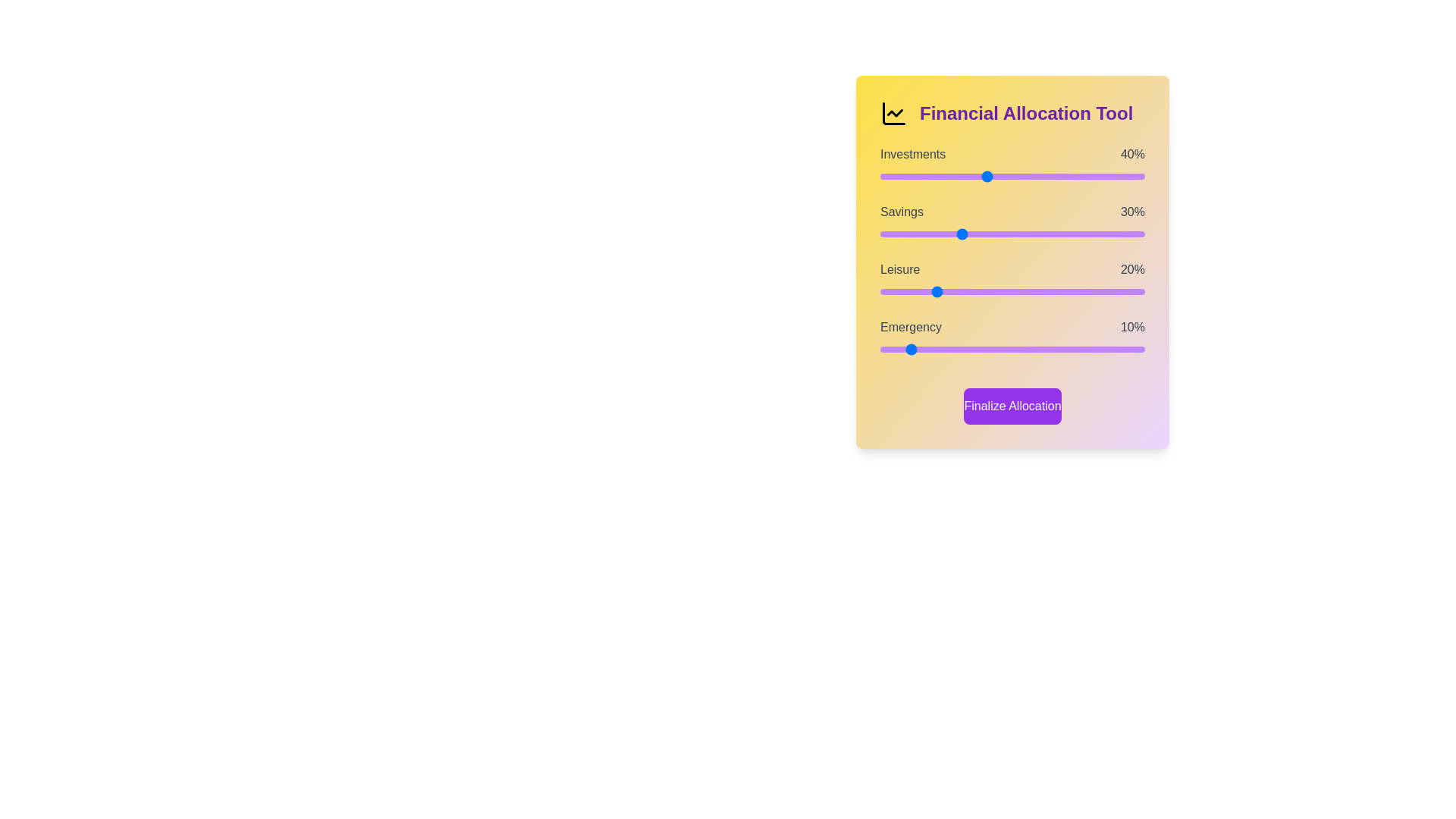  What do you see at coordinates (894, 113) in the screenshot?
I see `the header icon to view it` at bounding box center [894, 113].